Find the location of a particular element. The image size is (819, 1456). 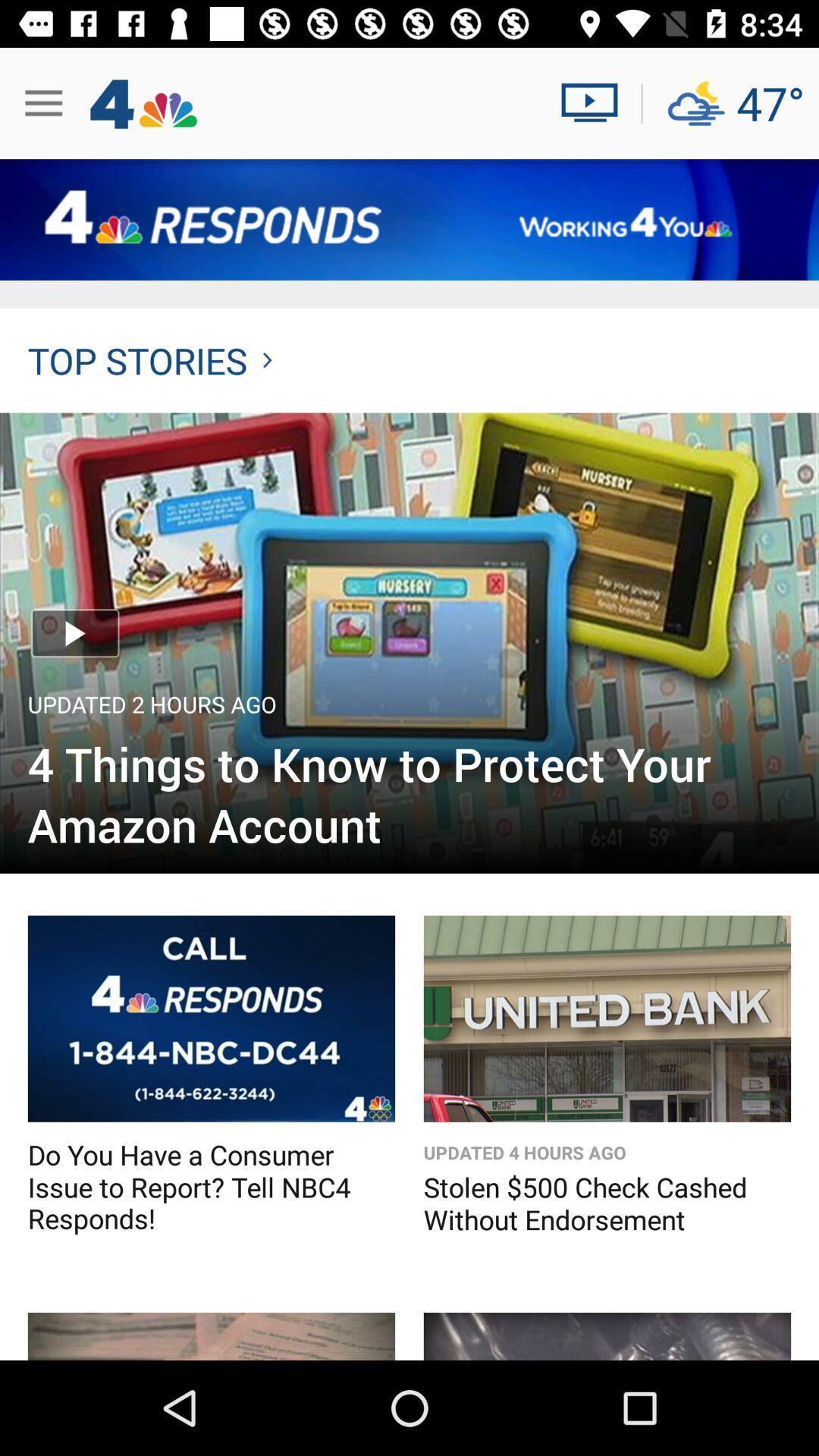

left corner beside 3 horizontal lines is located at coordinates (143, 102).